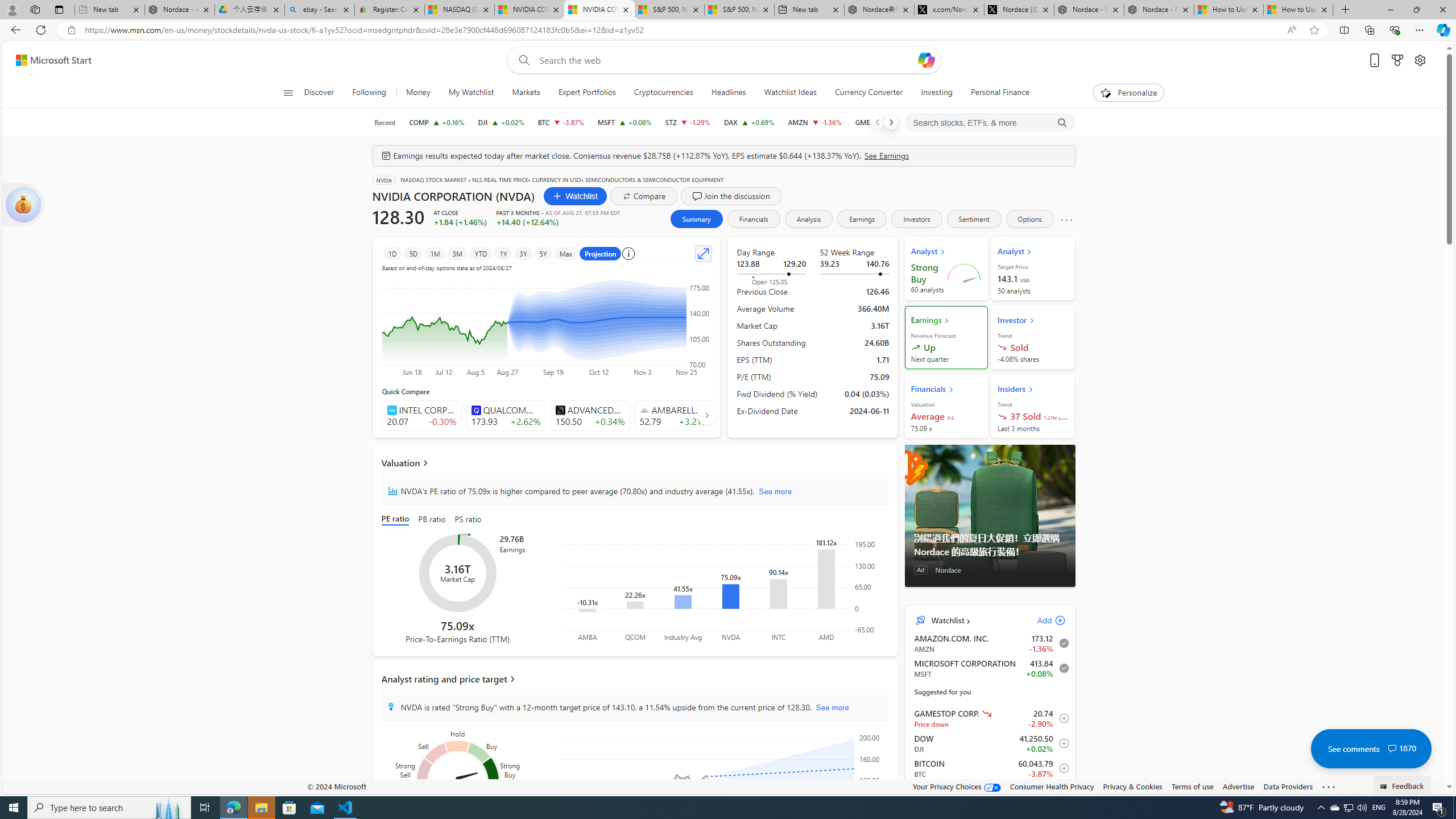 This screenshot has height=819, width=1456. What do you see at coordinates (586, 92) in the screenshot?
I see `'Expert Portfolios'` at bounding box center [586, 92].